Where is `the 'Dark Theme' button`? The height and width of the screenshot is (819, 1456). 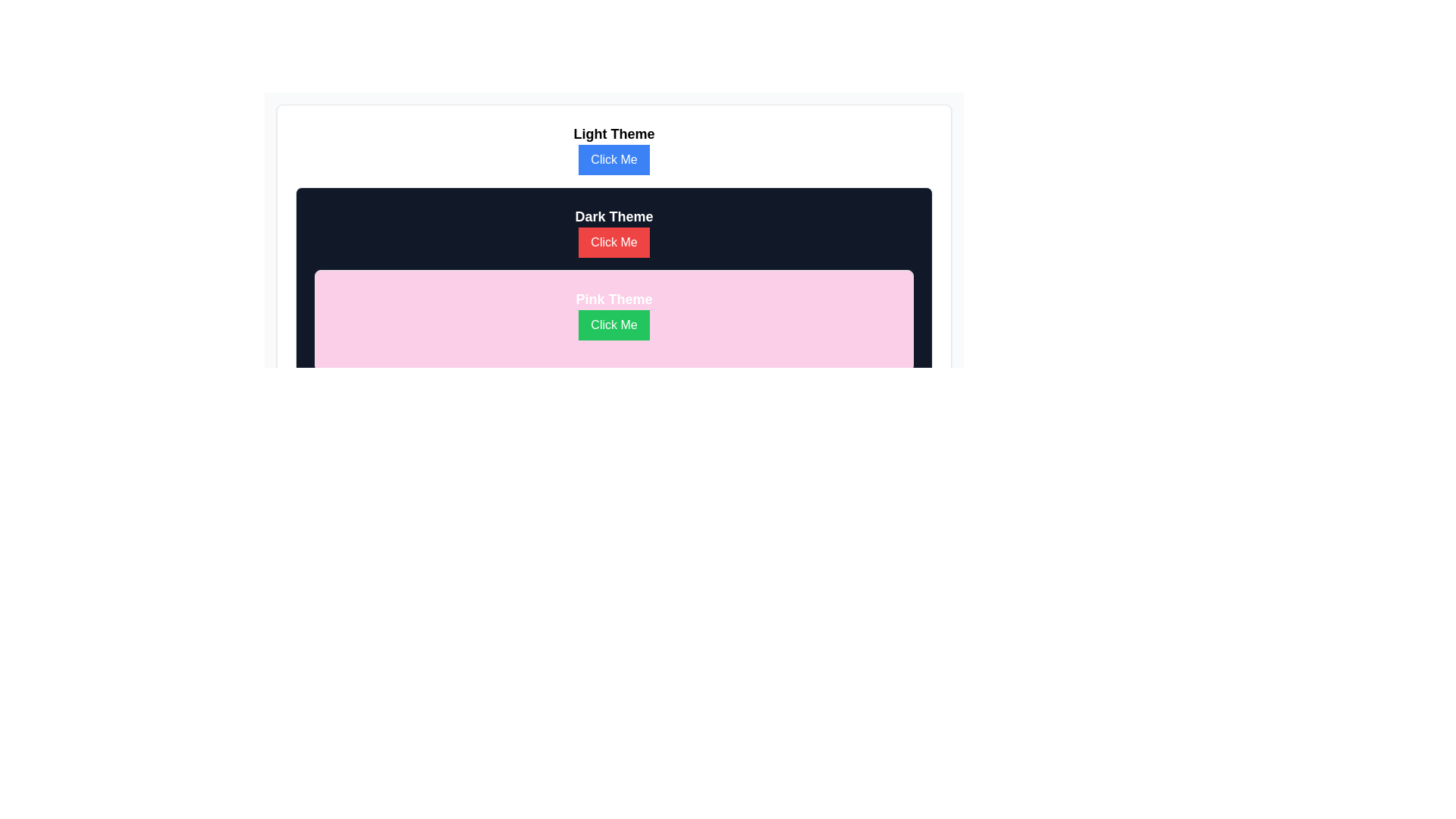 the 'Dark Theme' button is located at coordinates (614, 256).